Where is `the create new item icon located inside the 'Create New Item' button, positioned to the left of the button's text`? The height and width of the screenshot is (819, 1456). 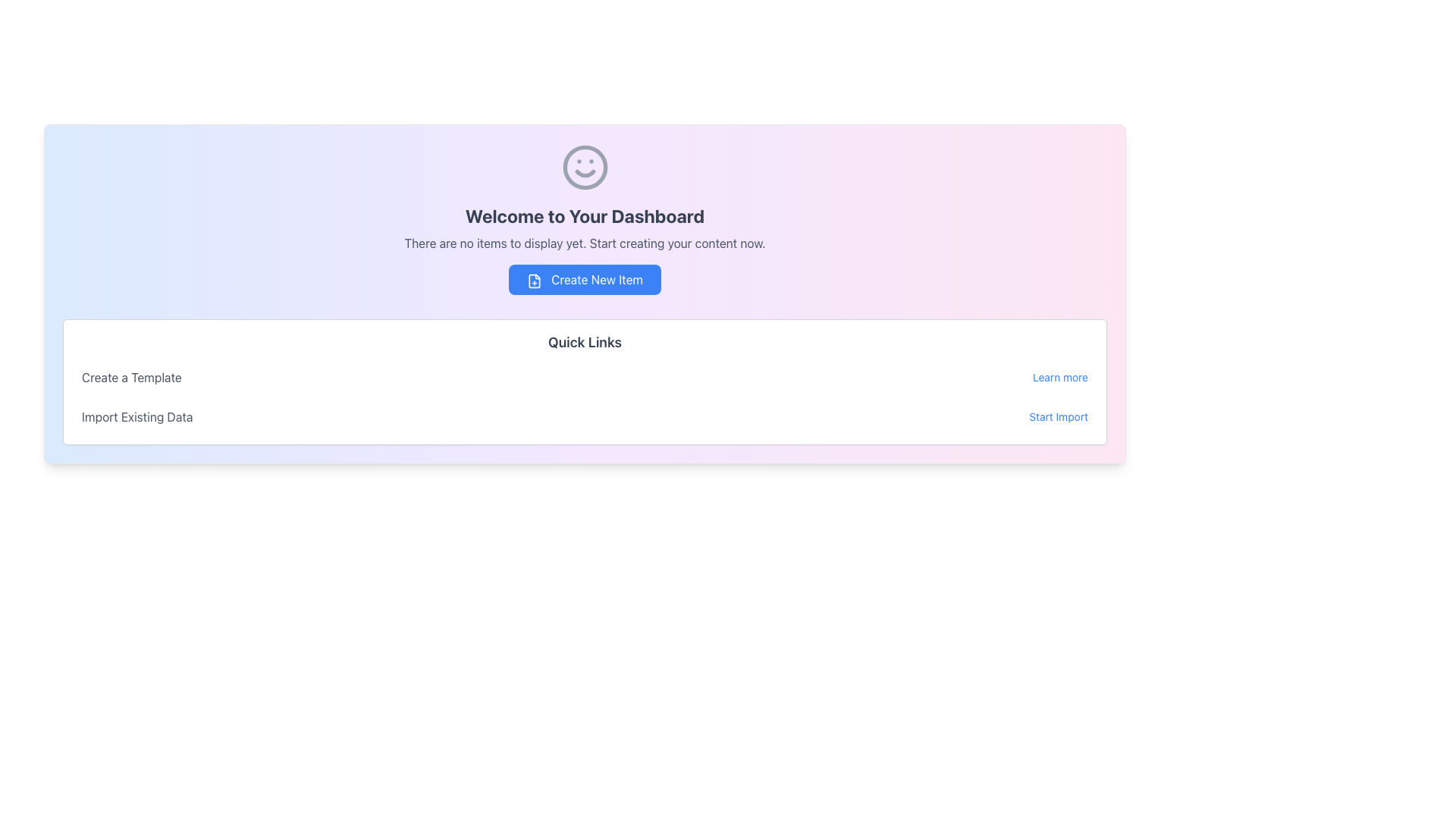 the create new item icon located inside the 'Create New Item' button, positioned to the left of the button's text is located at coordinates (535, 281).